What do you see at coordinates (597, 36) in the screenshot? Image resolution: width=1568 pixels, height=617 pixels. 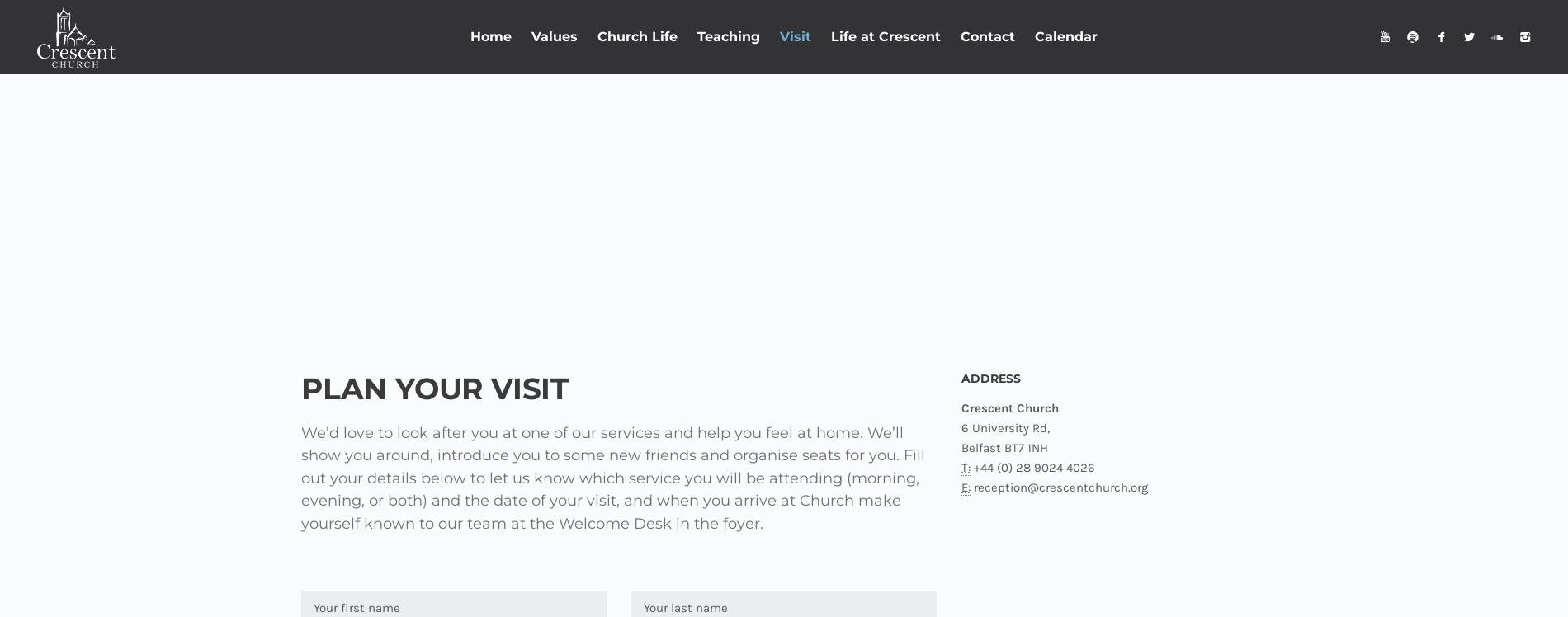 I see `'Church Life'` at bounding box center [597, 36].